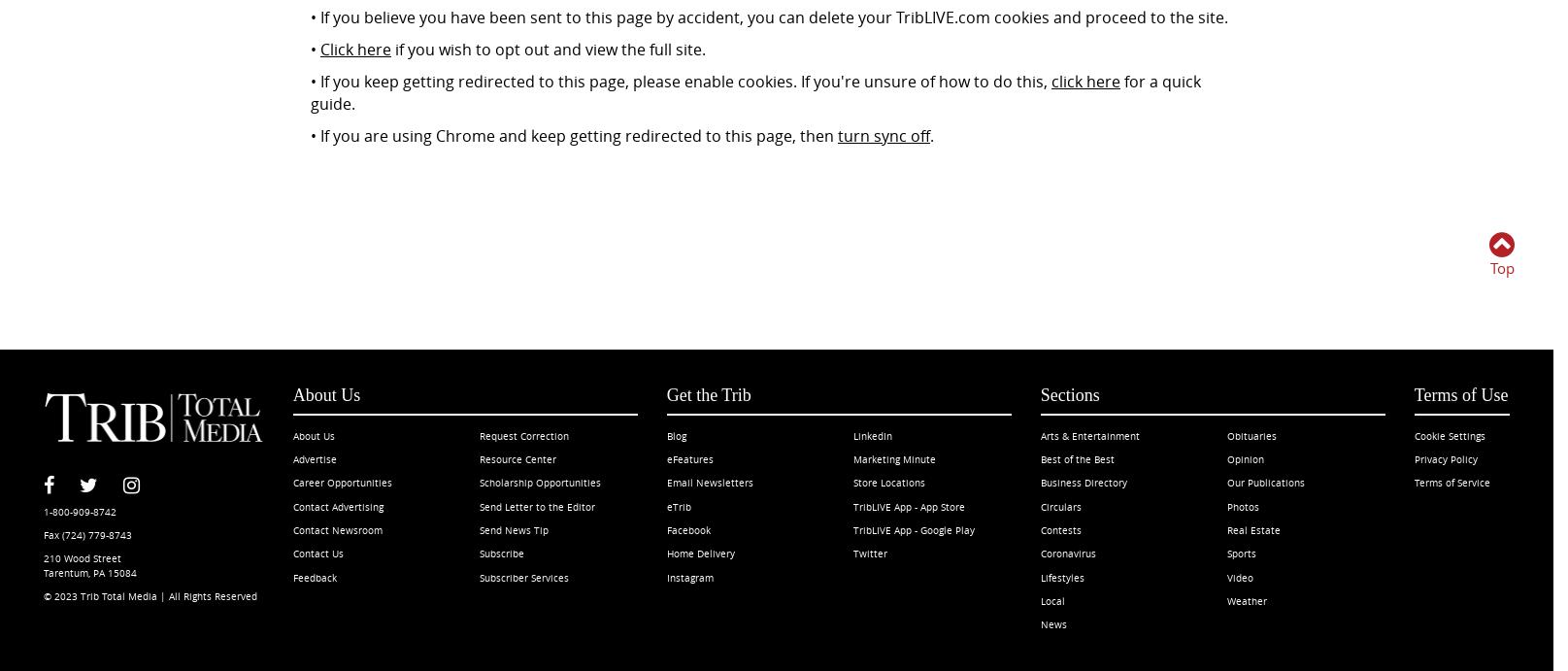  What do you see at coordinates (317, 554) in the screenshot?
I see `'Contact Us'` at bounding box center [317, 554].